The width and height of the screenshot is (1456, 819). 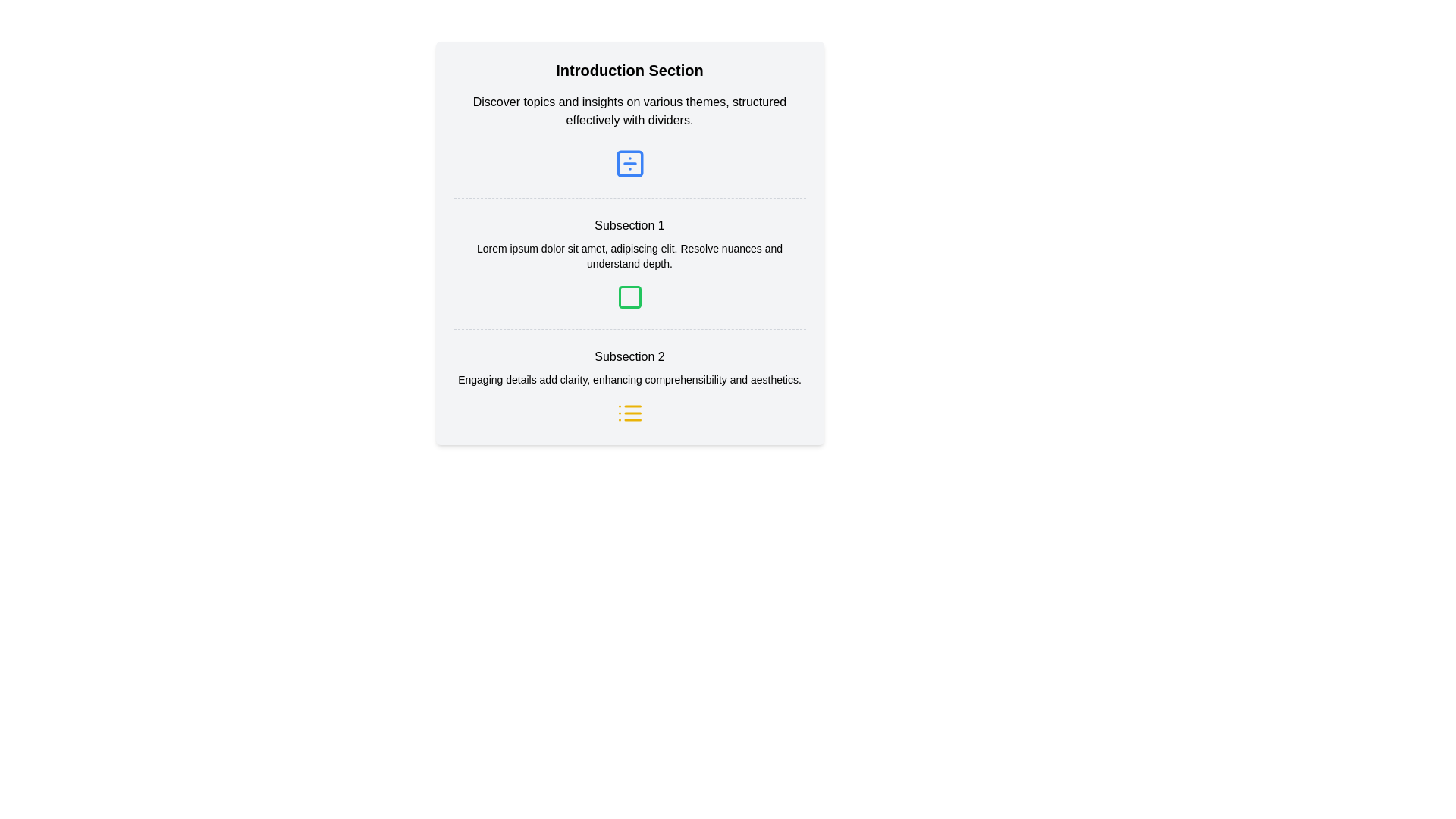 What do you see at coordinates (629, 164) in the screenshot?
I see `the visual representation of the division sign icon located at the center of the first section under the 'Introduction Section' heading` at bounding box center [629, 164].